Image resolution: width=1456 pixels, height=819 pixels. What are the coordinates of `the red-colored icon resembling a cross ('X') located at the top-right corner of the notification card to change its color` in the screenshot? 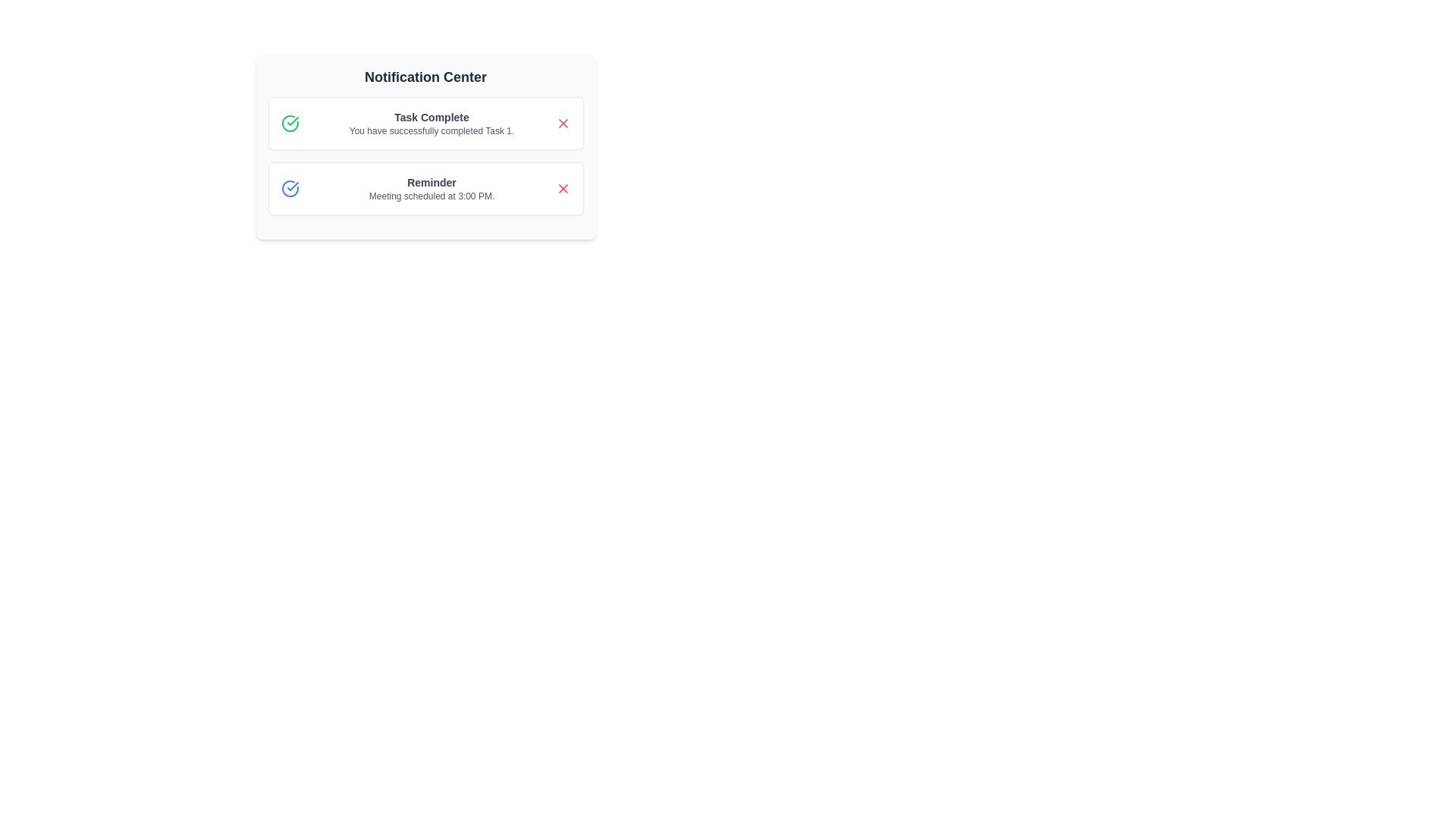 It's located at (562, 122).